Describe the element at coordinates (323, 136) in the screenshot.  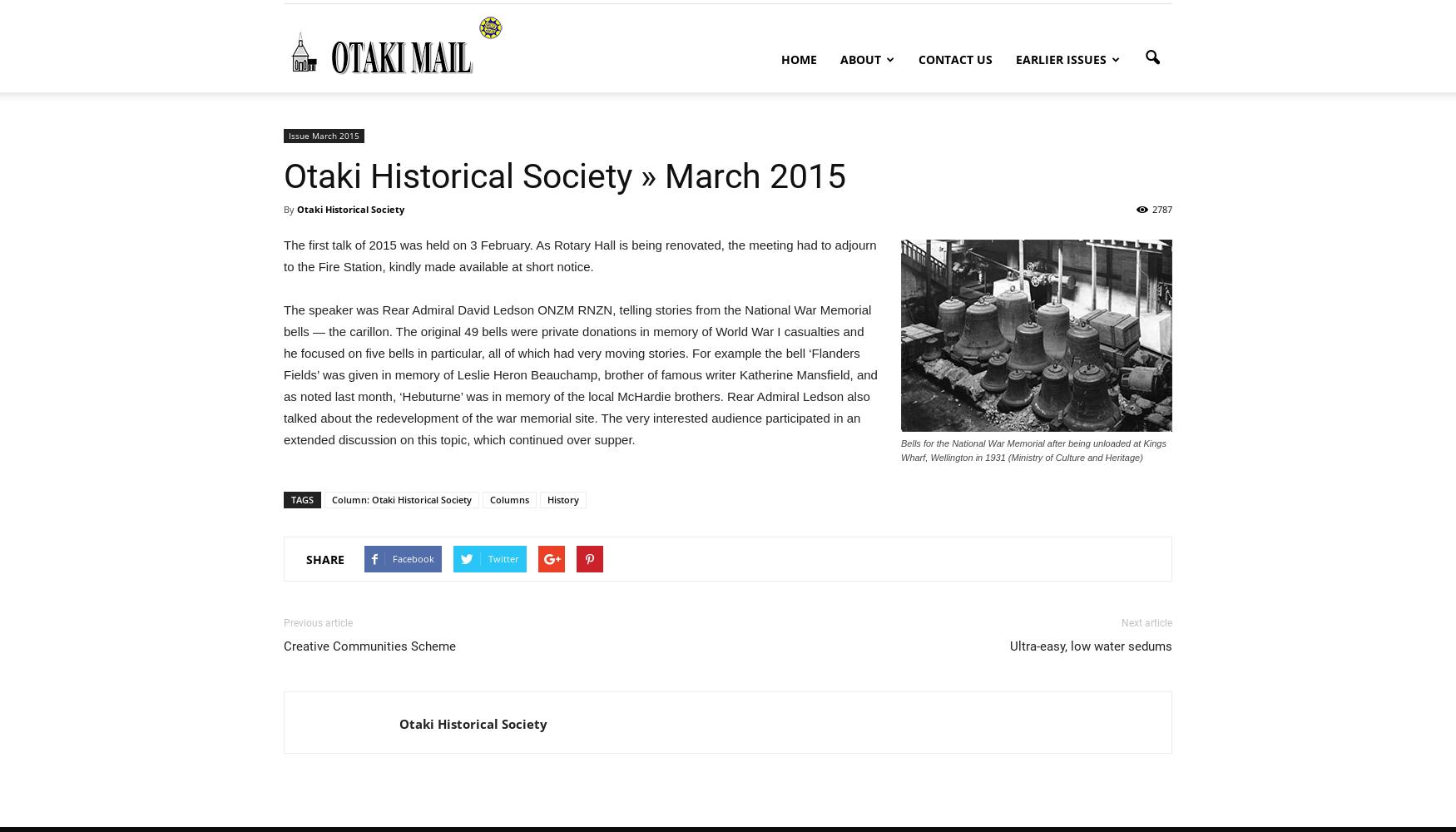
I see `'Issue March 2015'` at that location.